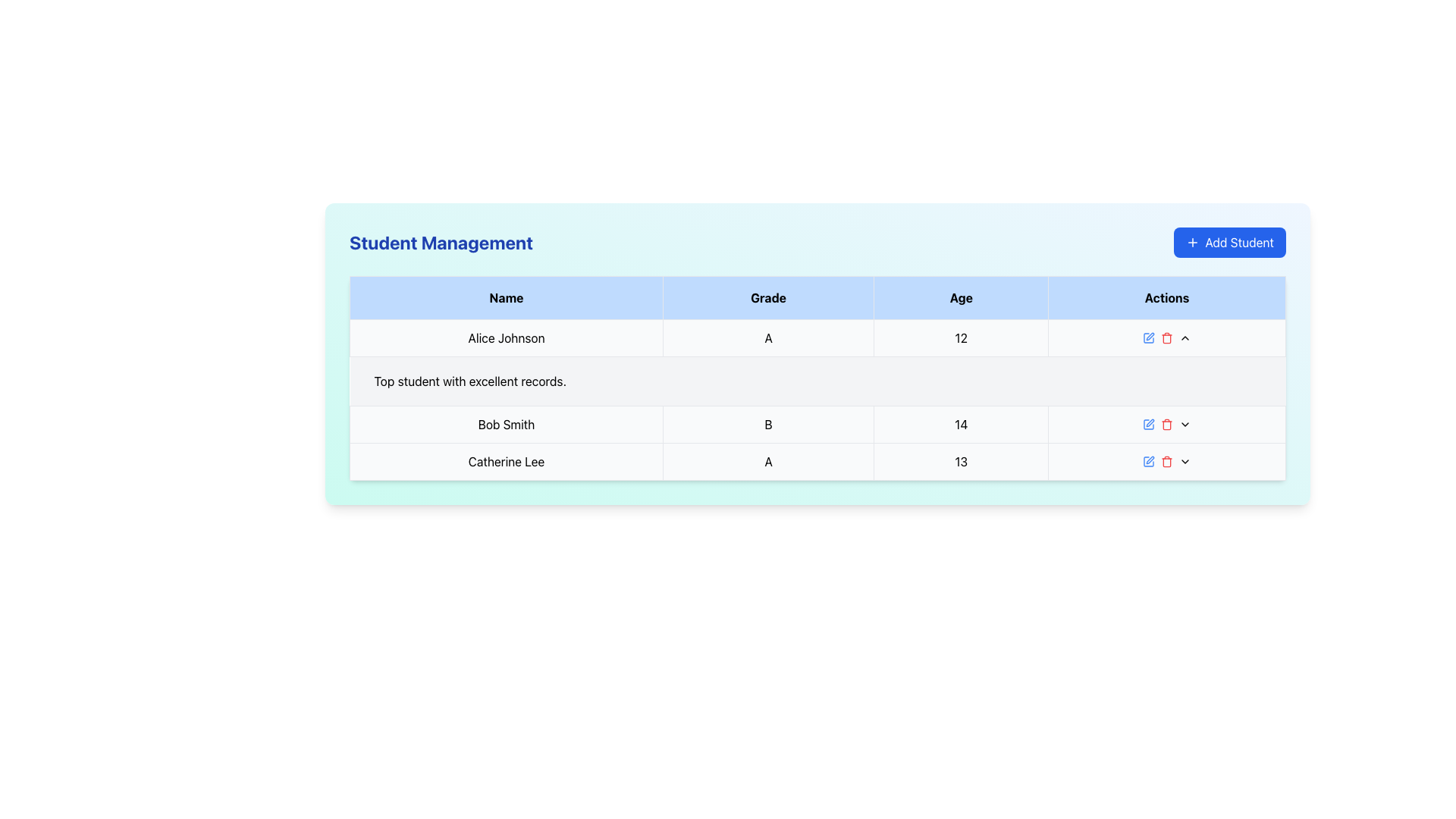 The height and width of the screenshot is (819, 1456). What do you see at coordinates (1166, 461) in the screenshot?
I see `the red trash bin icon in the actions column of the third row of the table` at bounding box center [1166, 461].